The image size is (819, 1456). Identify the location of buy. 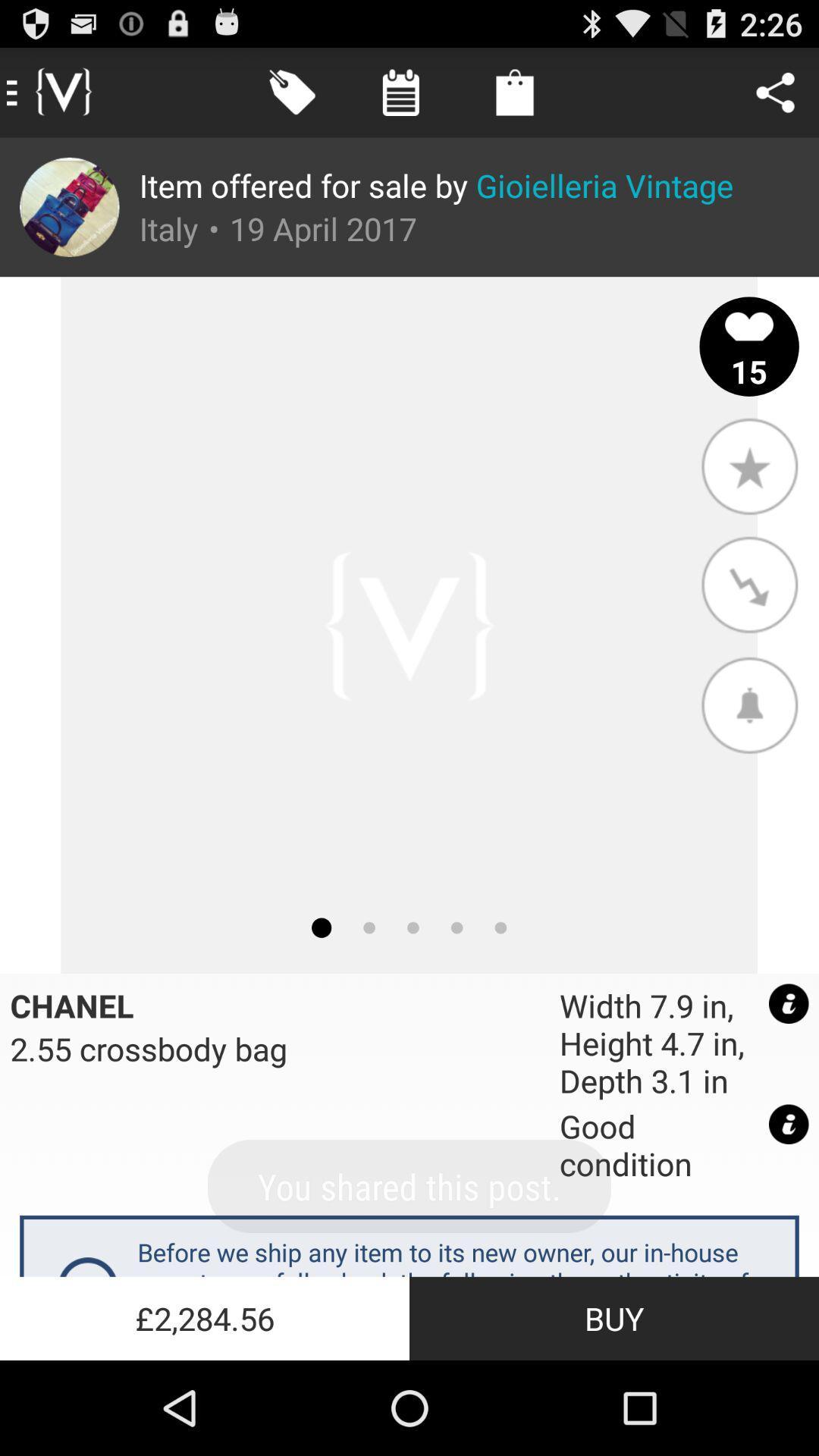
(614, 1317).